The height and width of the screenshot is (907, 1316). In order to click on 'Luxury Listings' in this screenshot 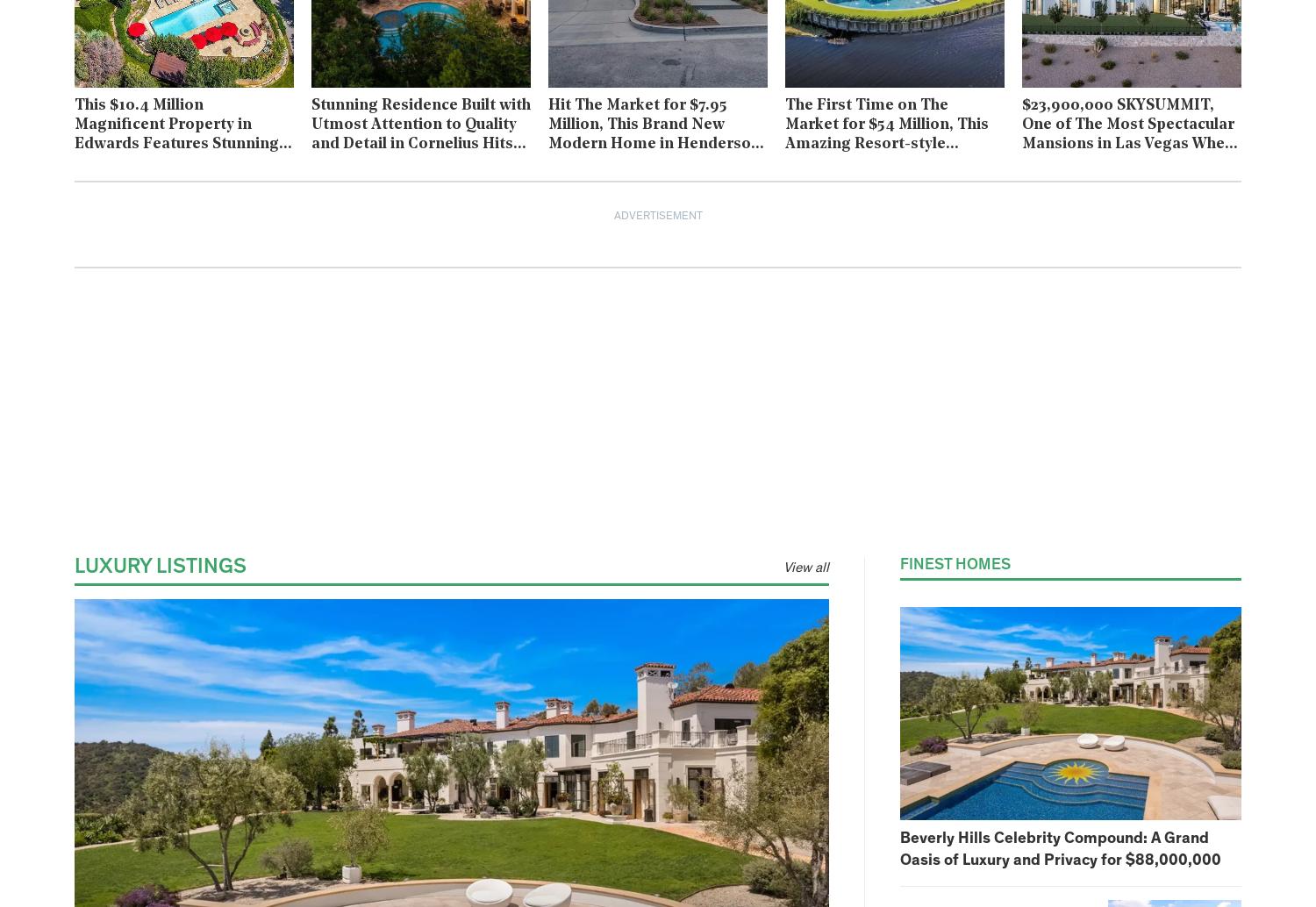, I will do `click(161, 567)`.